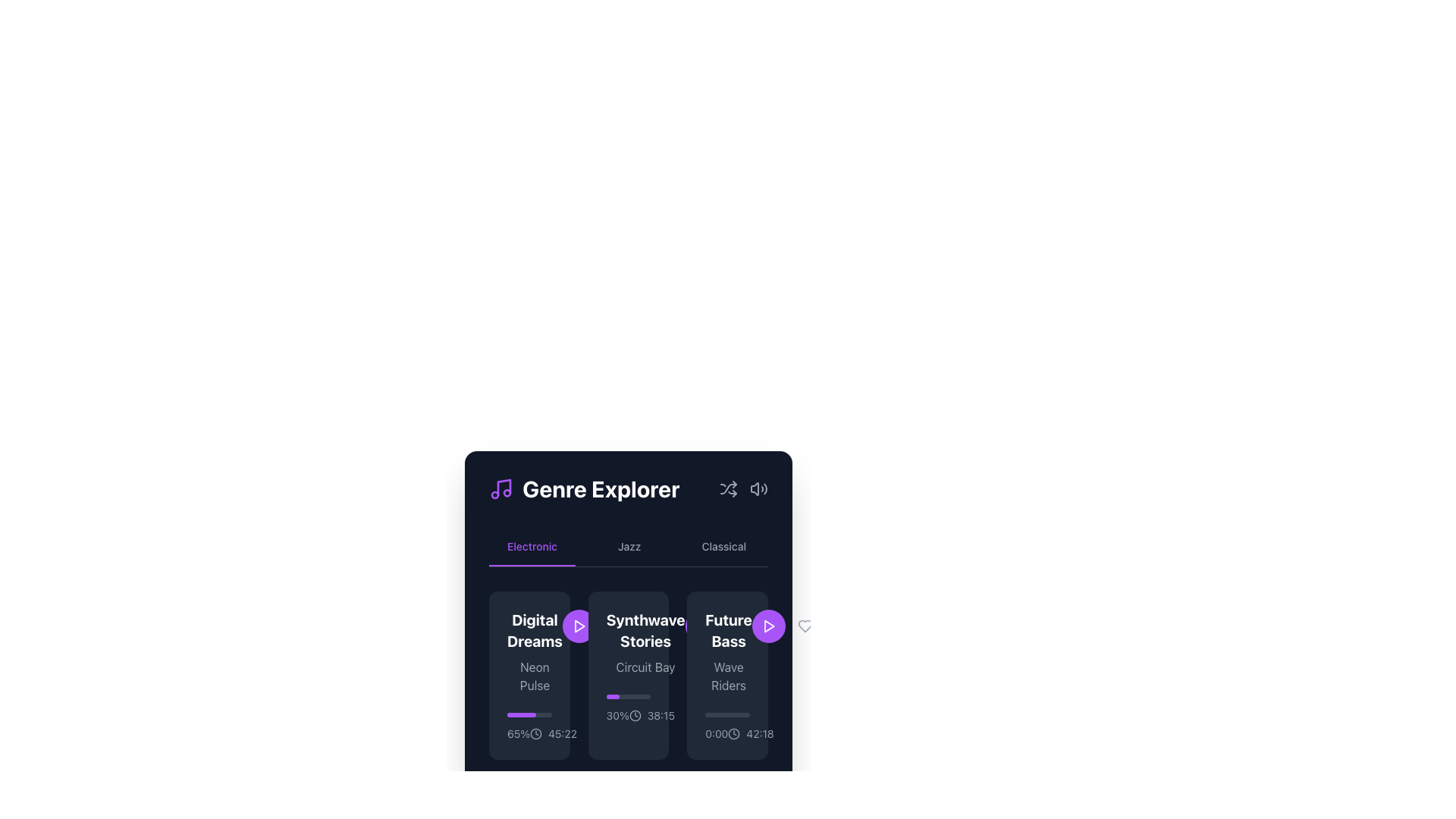  Describe the element at coordinates (729, 631) in the screenshot. I see `text label identifying the music genre located at the top of the rightmost box in the 'Genre Explorer' section` at that location.